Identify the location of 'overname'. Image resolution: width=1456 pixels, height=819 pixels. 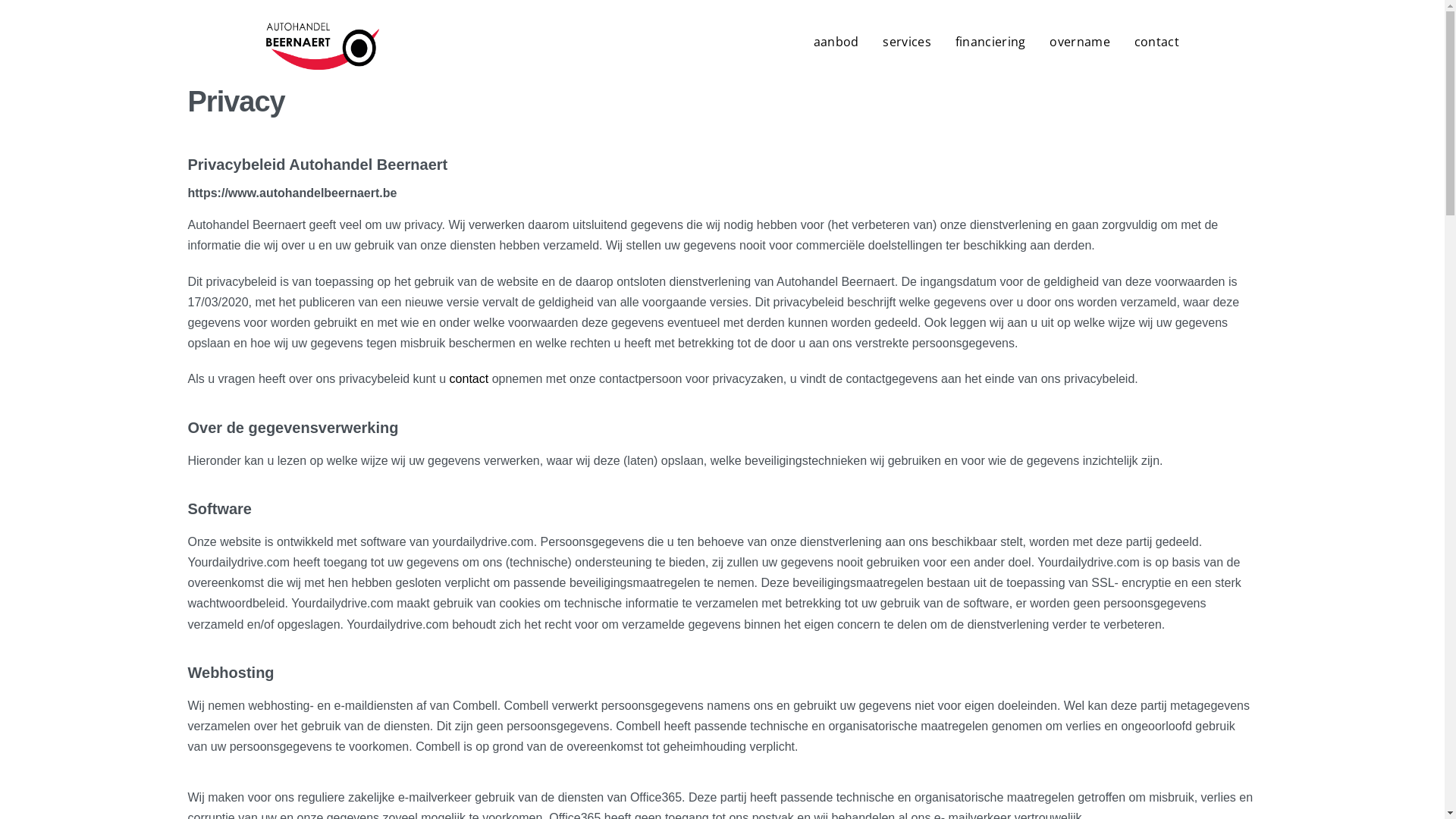
(1078, 41).